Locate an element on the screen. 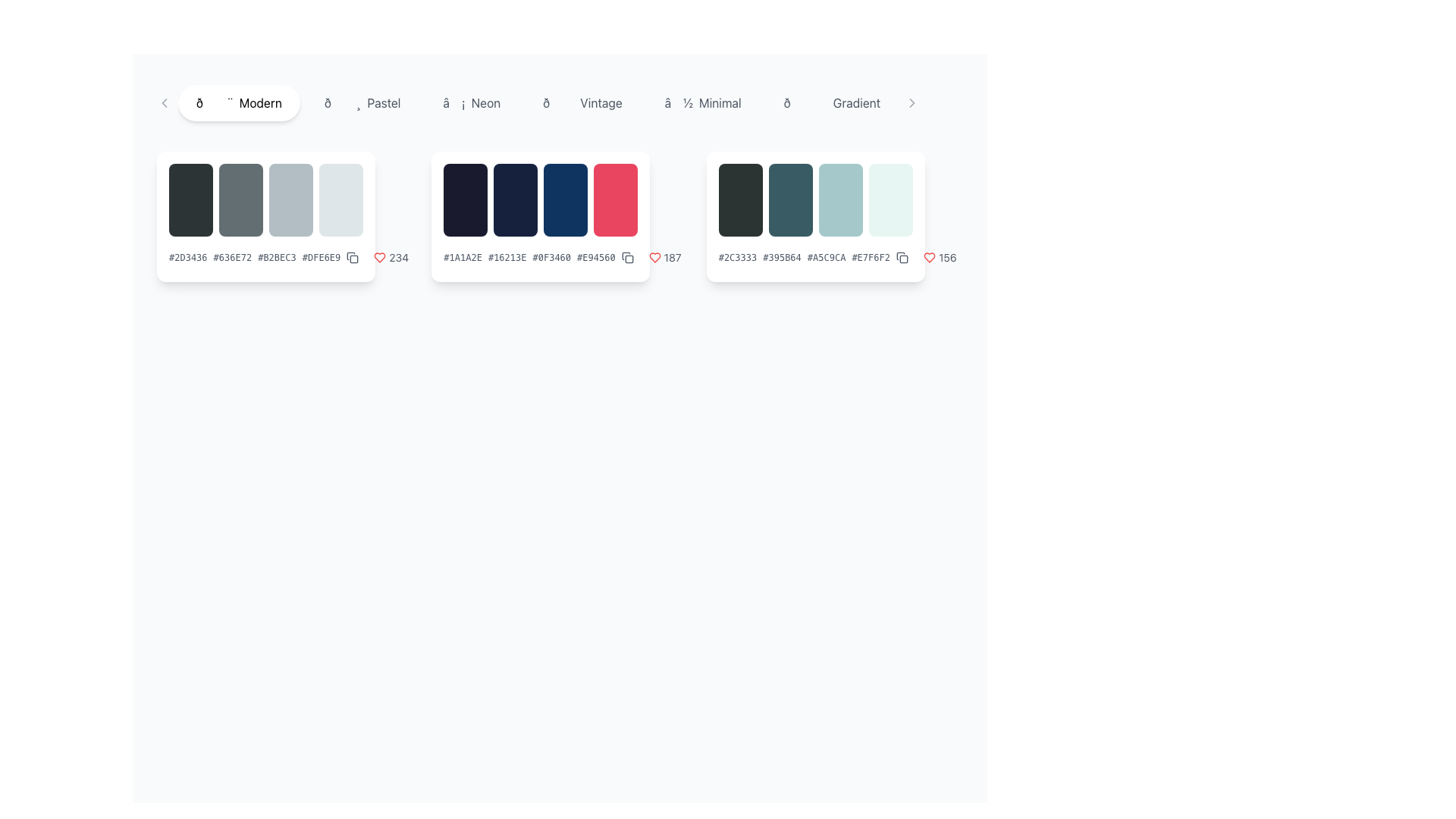  the text label displaying 'Vintage' is located at coordinates (600, 102).